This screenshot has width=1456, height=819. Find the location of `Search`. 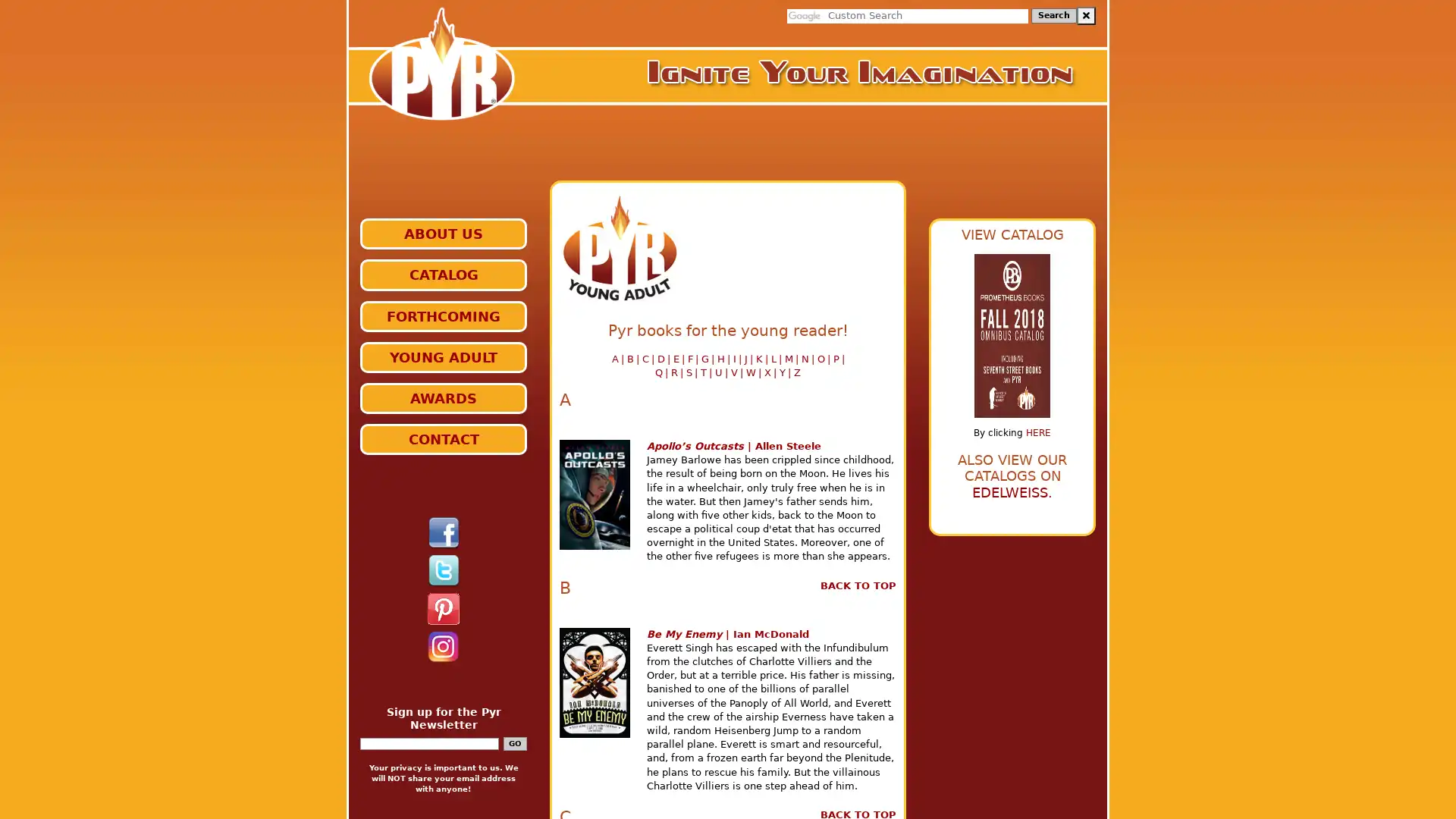

Search is located at coordinates (1053, 15).